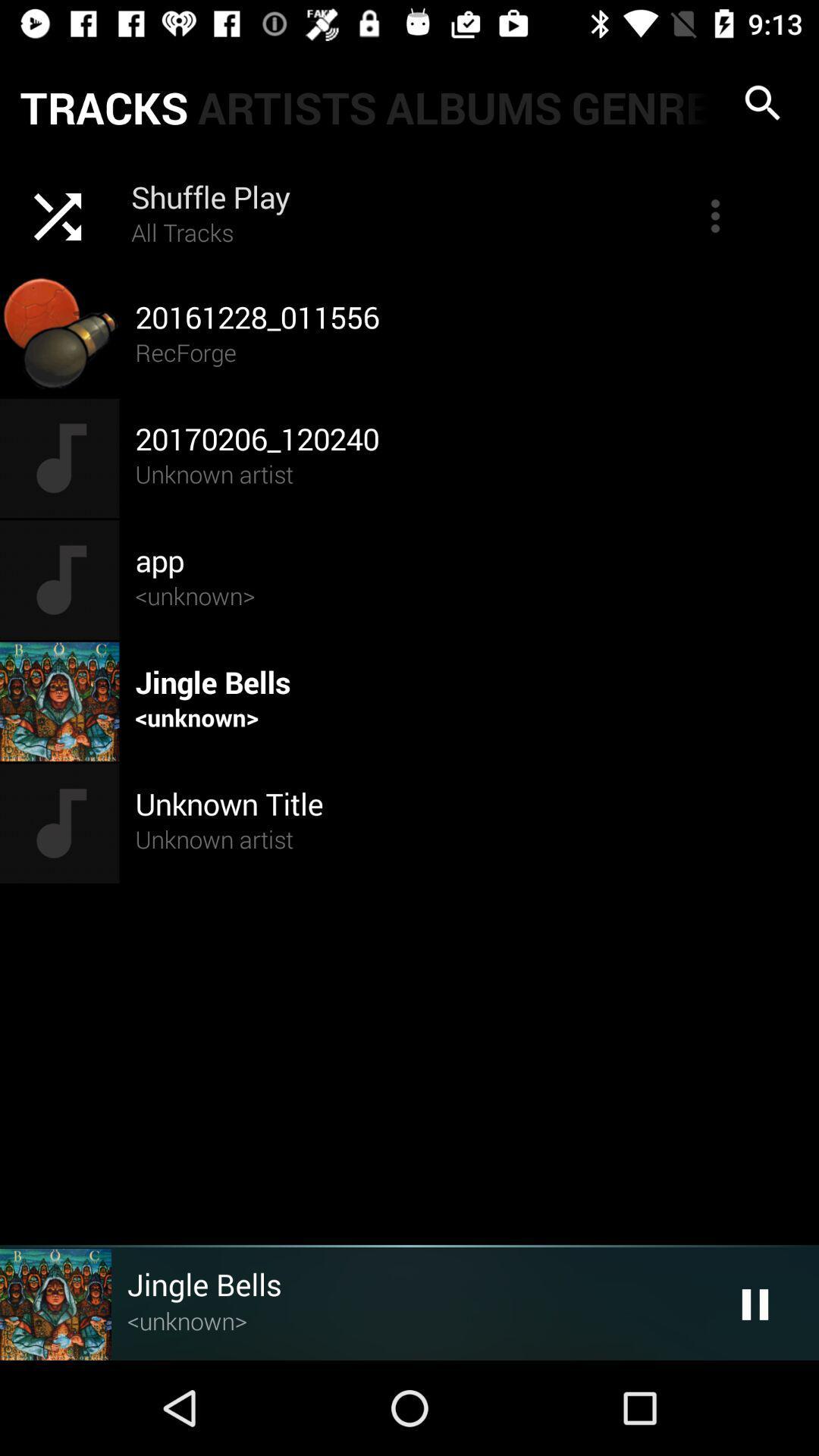 The width and height of the screenshot is (819, 1456). Describe the element at coordinates (755, 1304) in the screenshot. I see `the pause button at right bottom corner` at that location.